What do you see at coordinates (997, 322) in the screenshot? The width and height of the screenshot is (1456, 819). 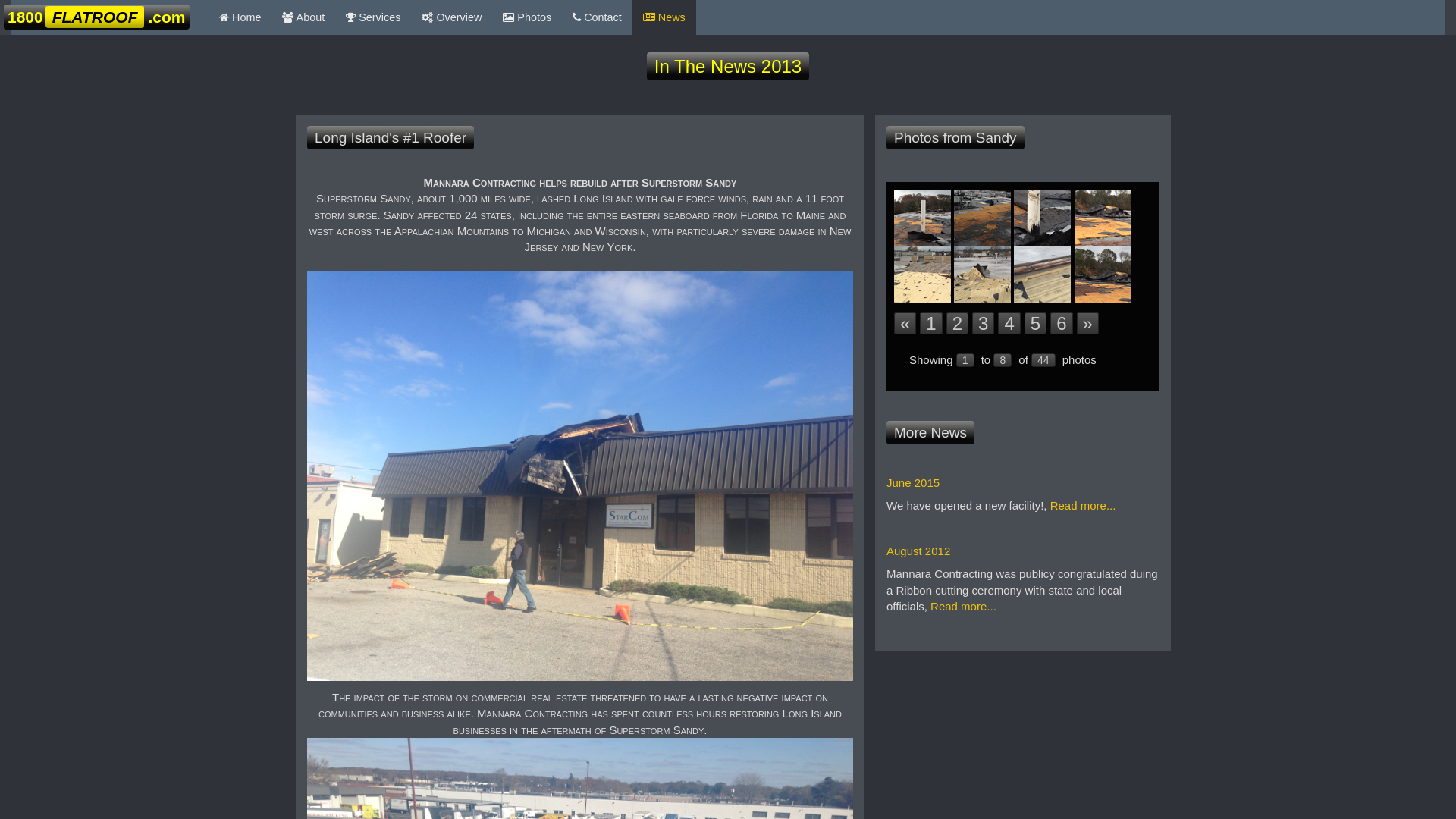 I see `'4'` at bounding box center [997, 322].